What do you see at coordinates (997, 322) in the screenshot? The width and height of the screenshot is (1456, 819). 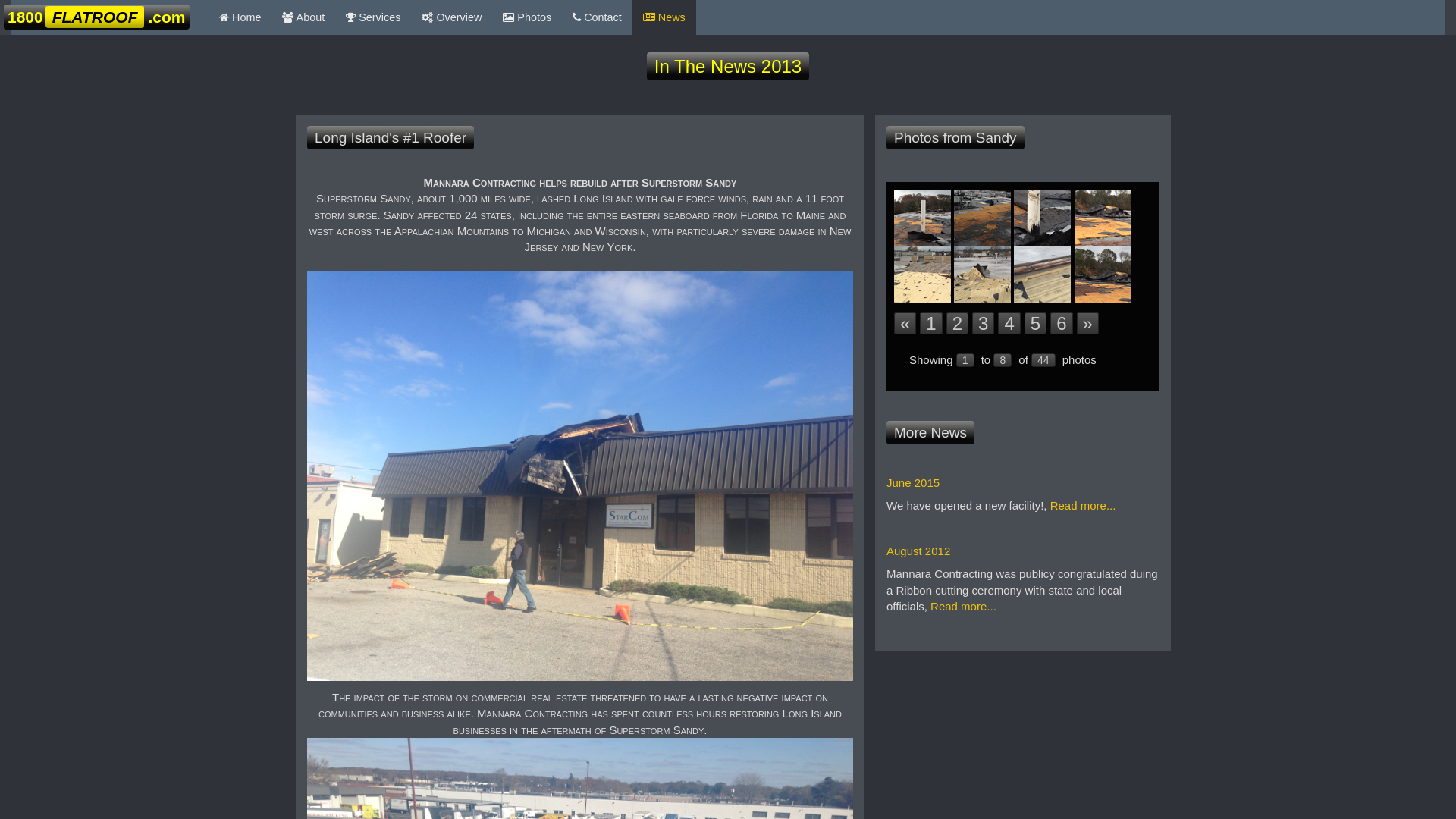 I see `'4'` at bounding box center [997, 322].